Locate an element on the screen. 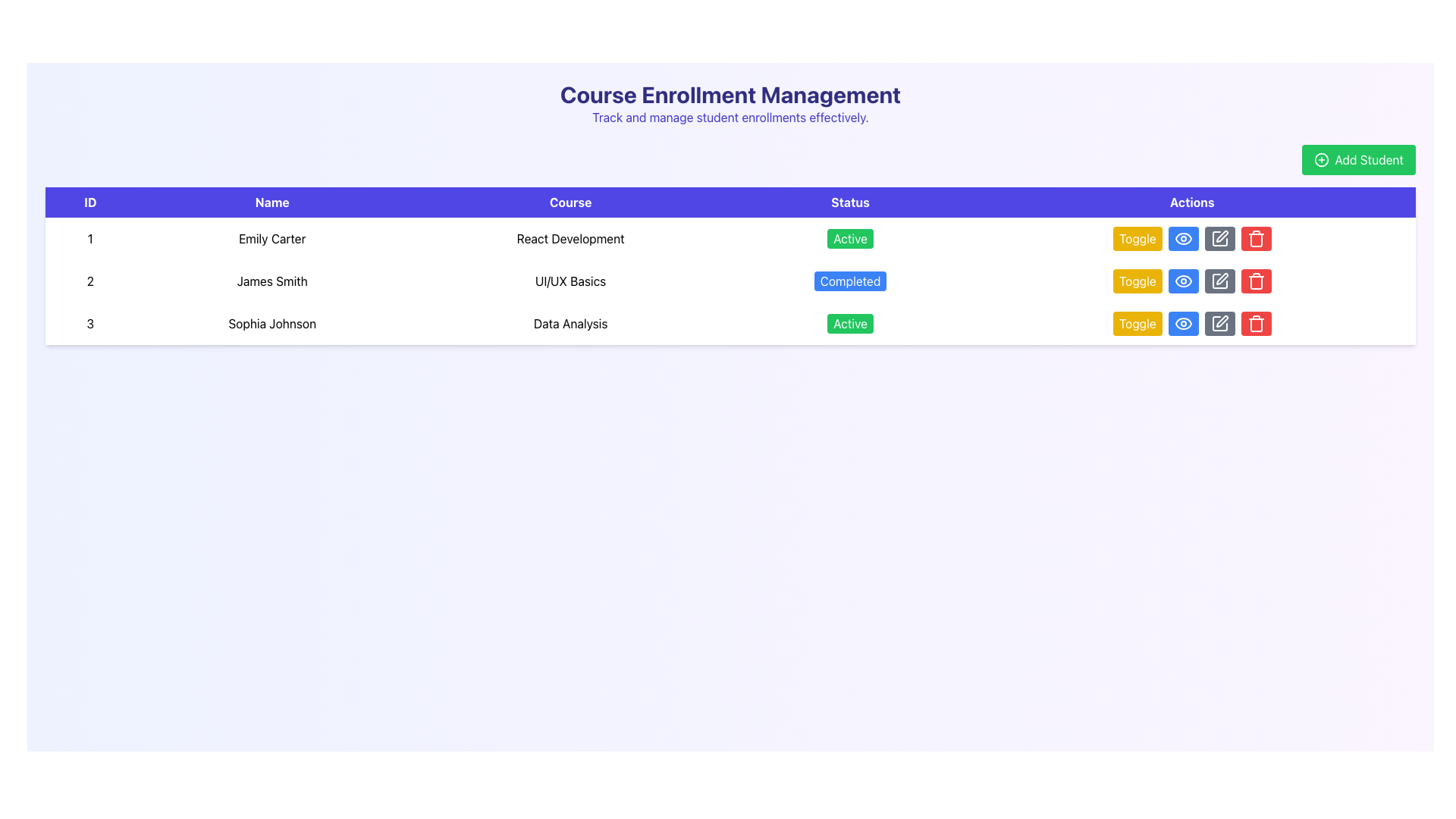 Image resolution: width=1456 pixels, height=819 pixels. the 'Active' status indicator label located in the 'Status' column of the third row in the 'Course Enrollment Management' table is located at coordinates (850, 323).